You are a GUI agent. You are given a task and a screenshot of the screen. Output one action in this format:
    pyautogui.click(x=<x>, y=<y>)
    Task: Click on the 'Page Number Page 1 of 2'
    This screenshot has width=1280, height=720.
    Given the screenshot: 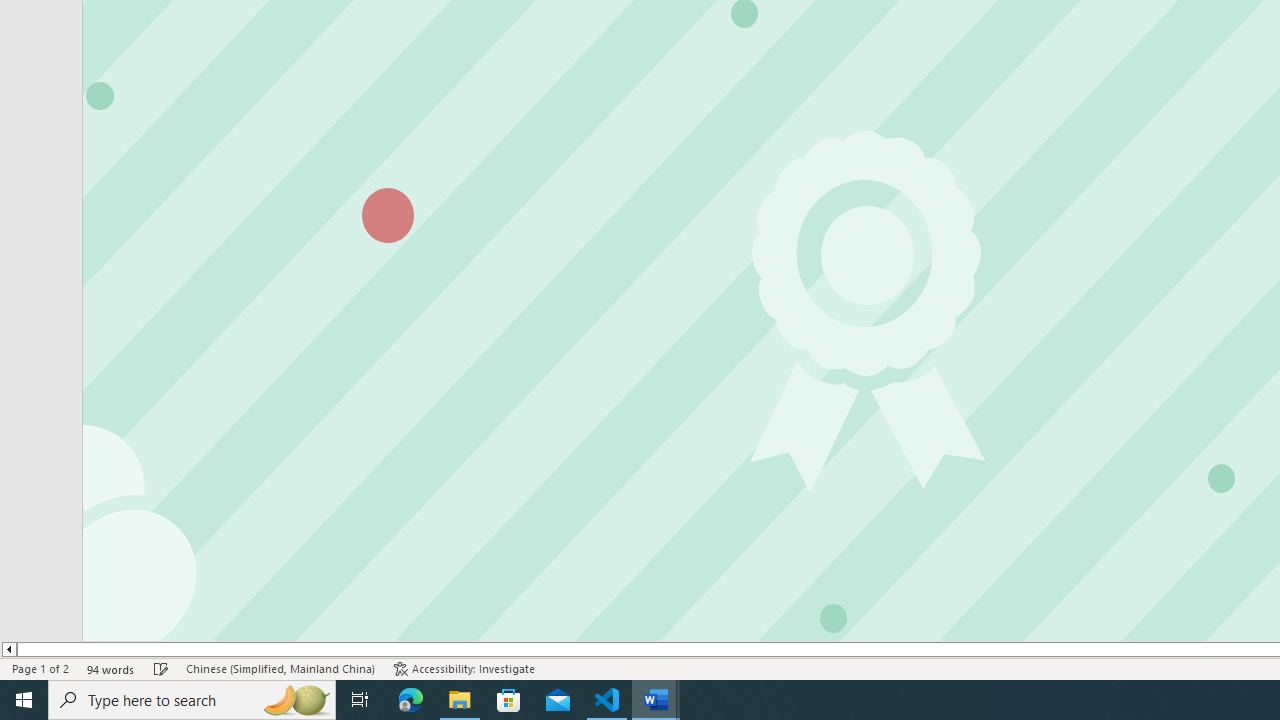 What is the action you would take?
    pyautogui.click(x=40, y=669)
    